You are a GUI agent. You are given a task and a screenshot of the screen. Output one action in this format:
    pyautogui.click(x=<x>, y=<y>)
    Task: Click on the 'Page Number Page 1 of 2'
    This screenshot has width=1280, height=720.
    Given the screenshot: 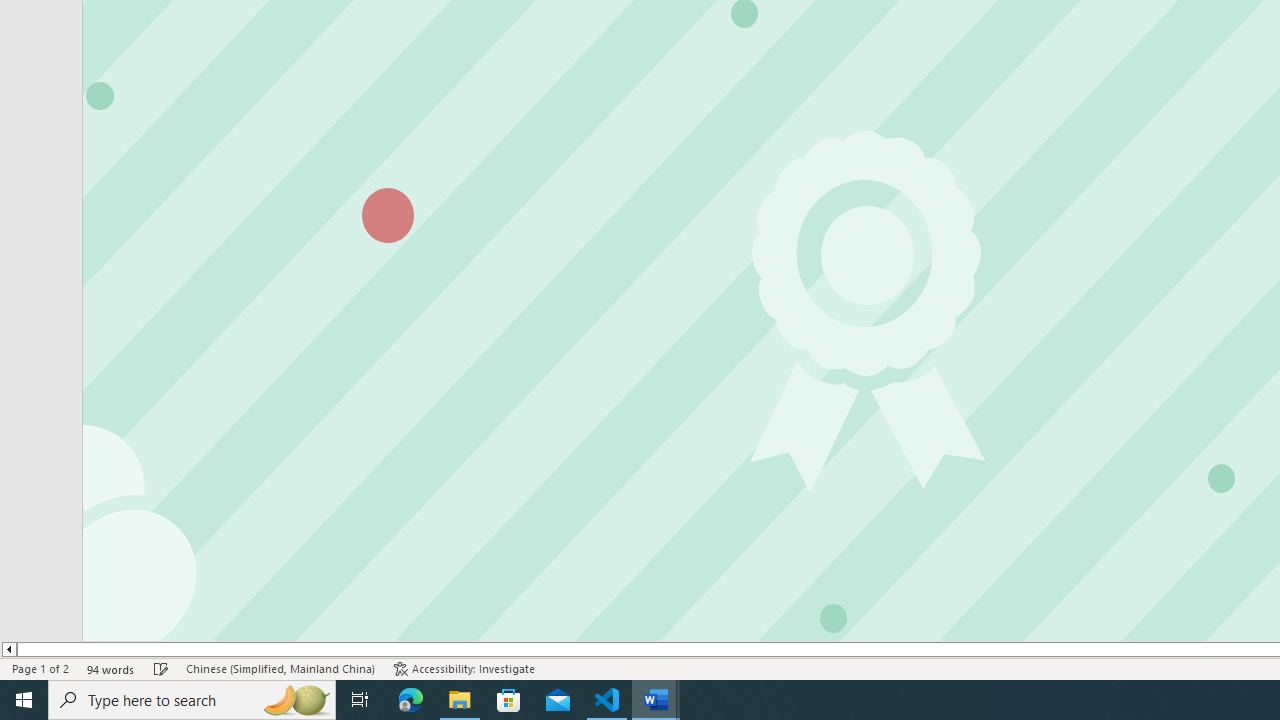 What is the action you would take?
    pyautogui.click(x=40, y=669)
    